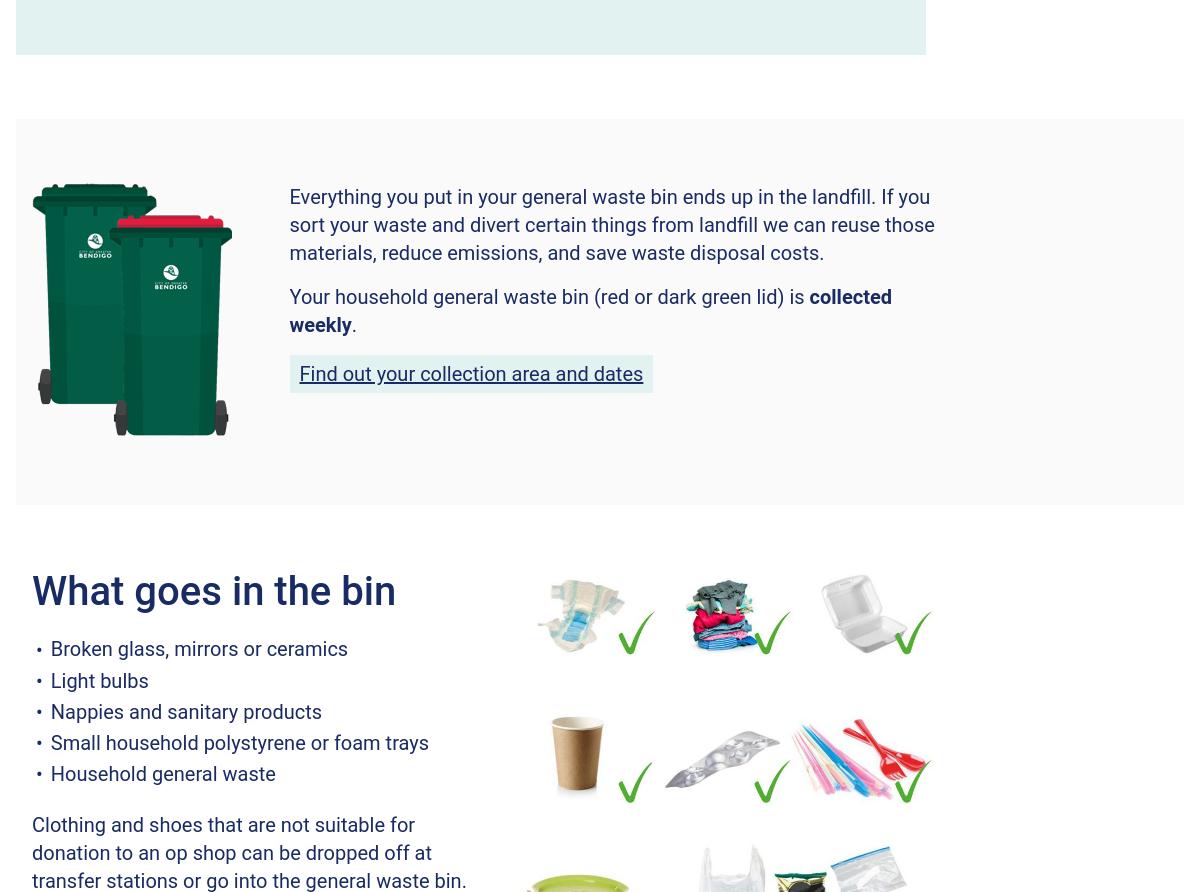  I want to click on 'Nappies and sanitary products', so click(185, 711).